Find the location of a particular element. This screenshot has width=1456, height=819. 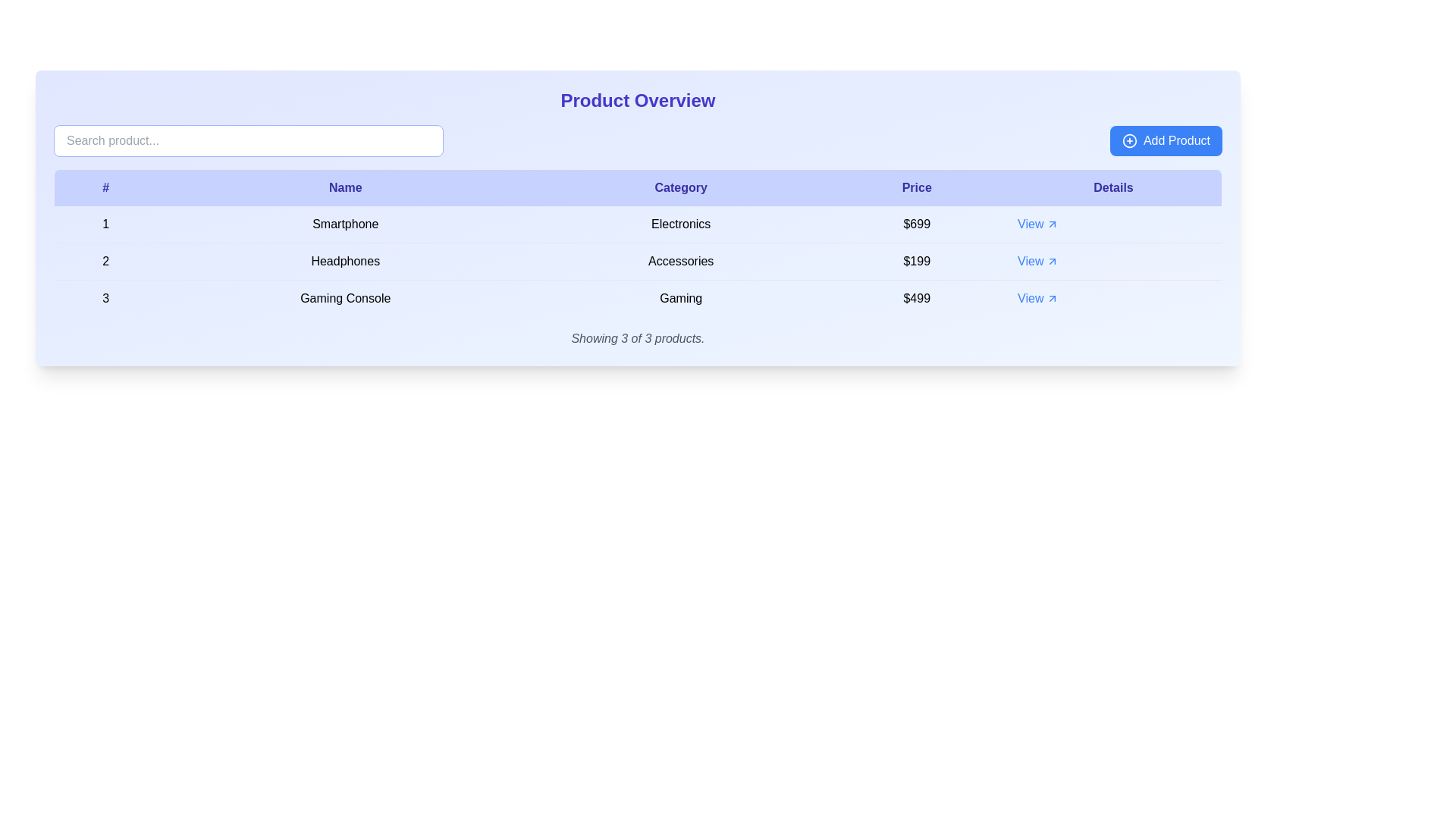

the light blue circular icon with a plus sign inside, located on the left side of the 'Add Product' button in the top-right corner of the interface is located at coordinates (1129, 140).